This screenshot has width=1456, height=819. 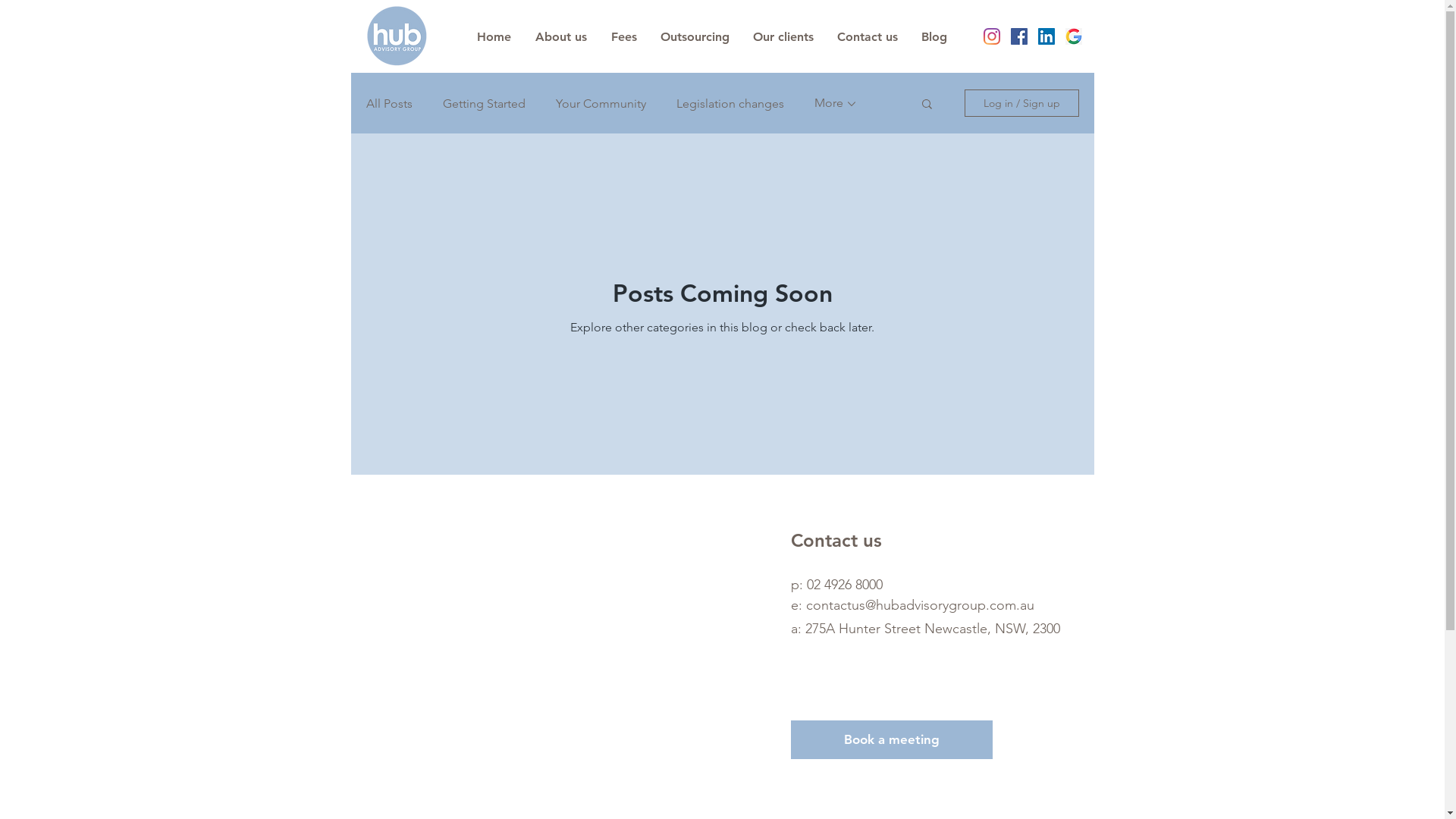 I want to click on 'Log in / Sign up', so click(x=1021, y=102).